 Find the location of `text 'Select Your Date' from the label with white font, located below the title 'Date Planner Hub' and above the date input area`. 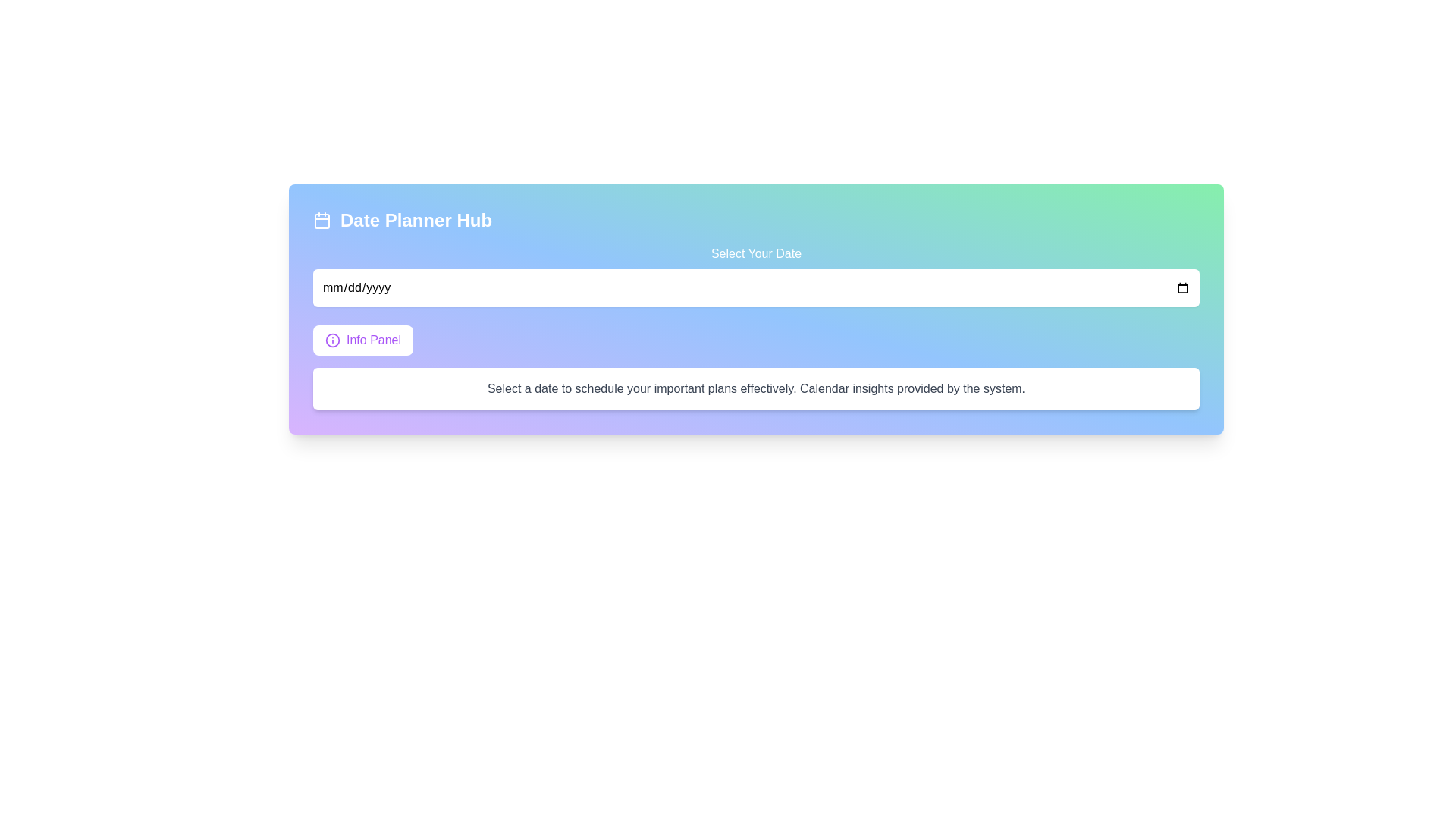

text 'Select Your Date' from the label with white font, located below the title 'Date Planner Hub' and above the date input area is located at coordinates (756, 275).